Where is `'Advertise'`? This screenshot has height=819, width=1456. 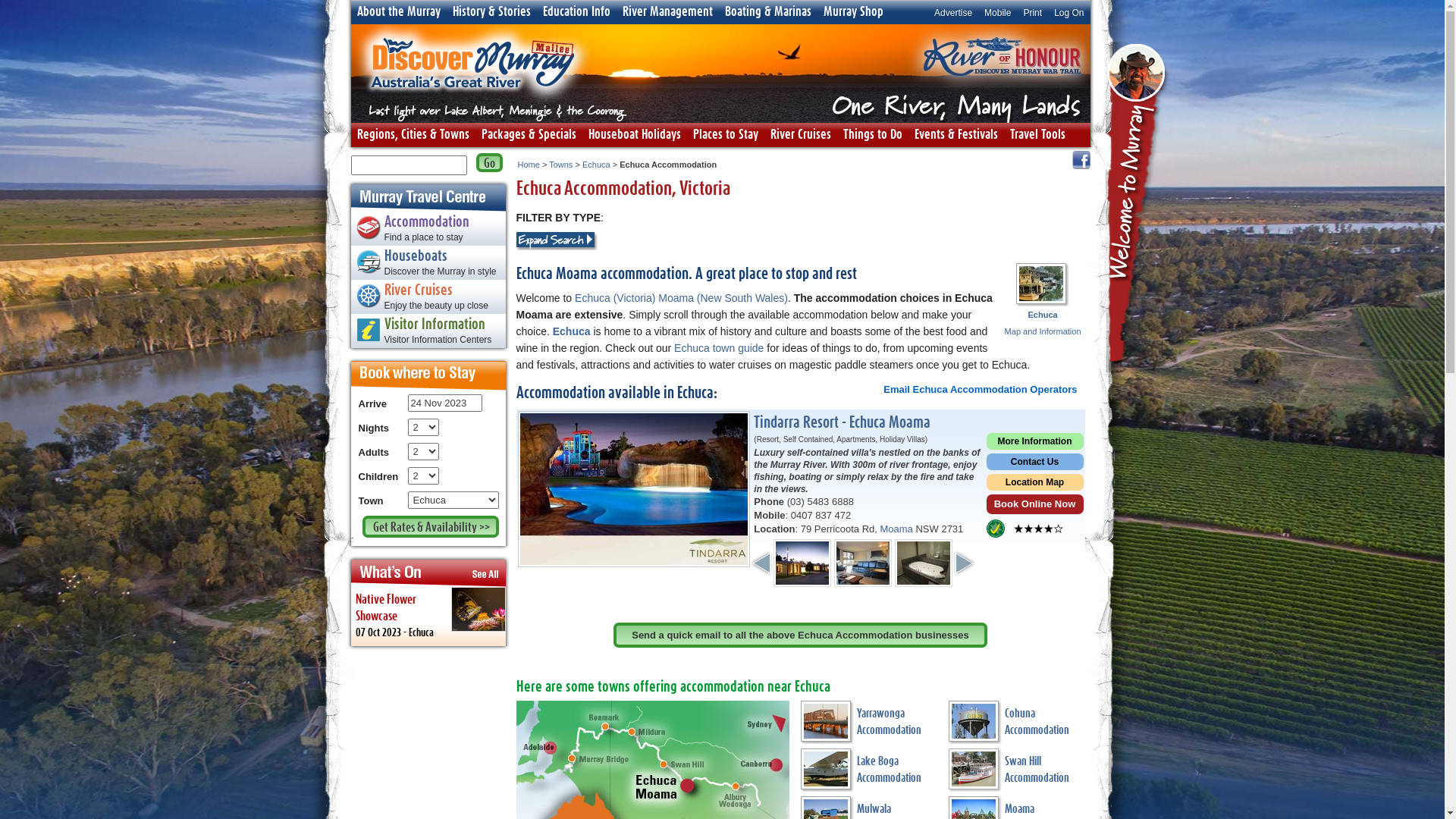
'Advertise' is located at coordinates (952, 11).